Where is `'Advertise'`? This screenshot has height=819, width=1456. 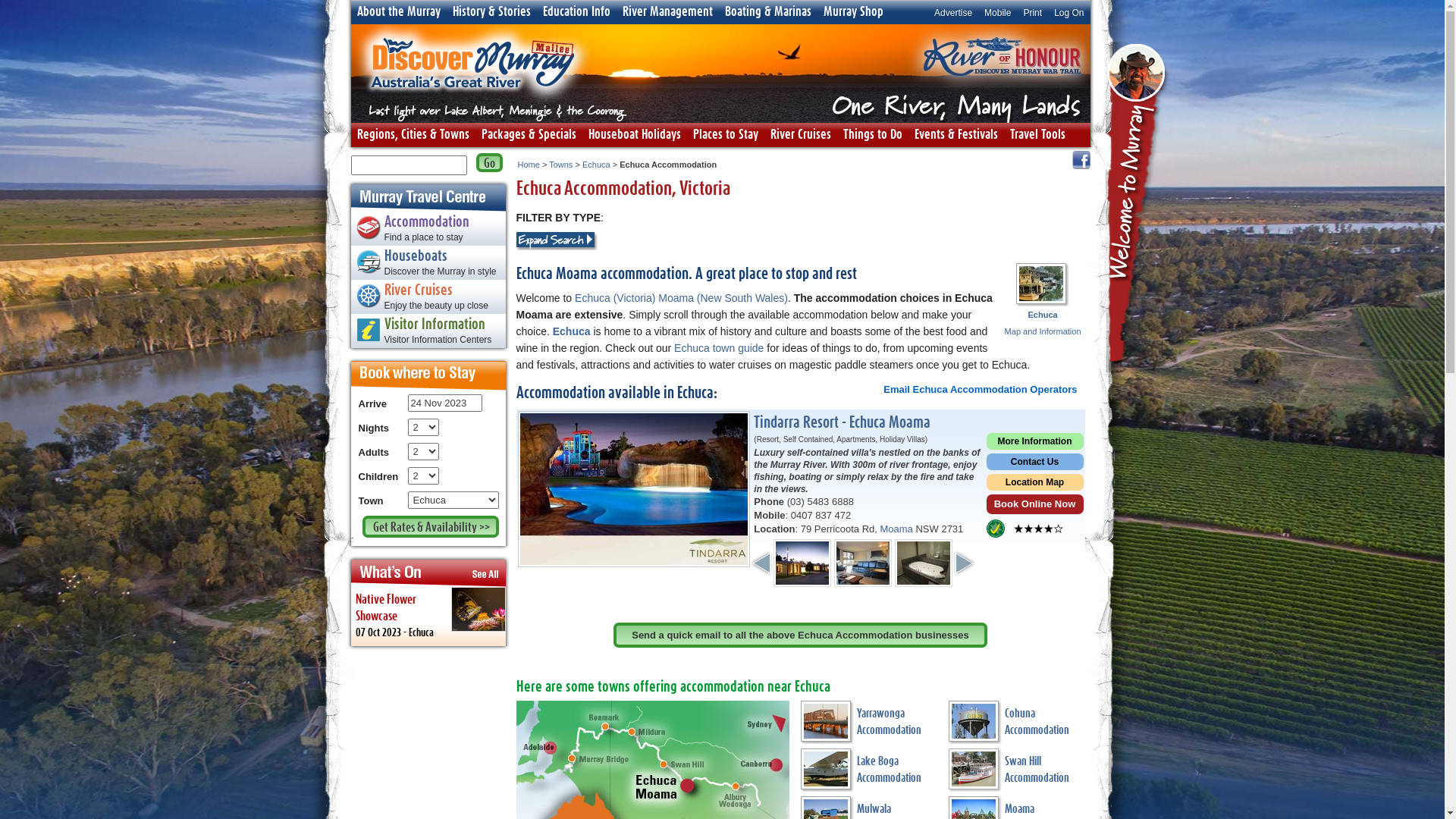
'Advertise' is located at coordinates (952, 11).